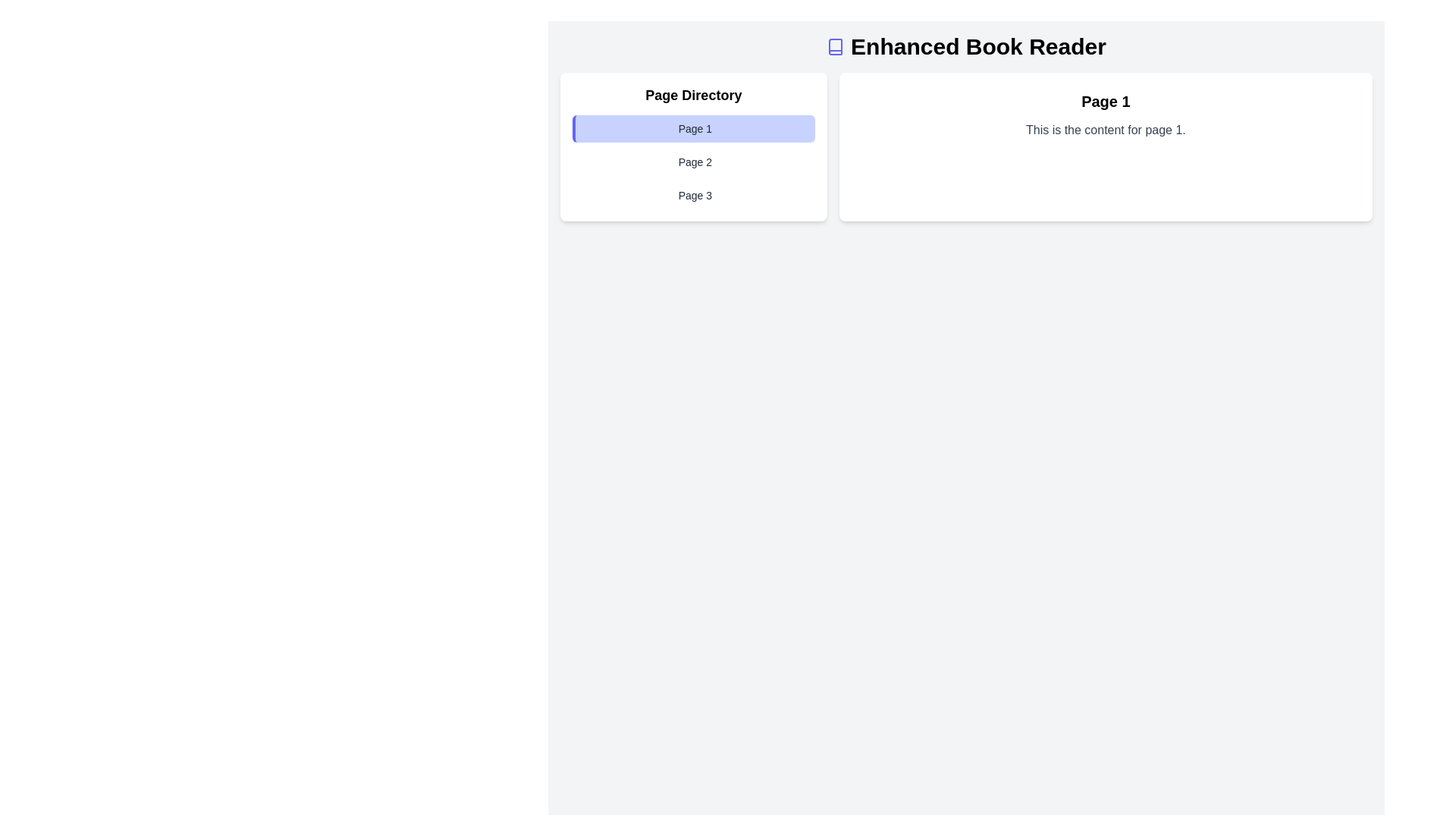 The width and height of the screenshot is (1456, 819). Describe the element at coordinates (965, 45) in the screenshot. I see `the Header titled 'Enhanced Book Reader' with an indigo book icon, located at the top-middle of the interface` at that location.